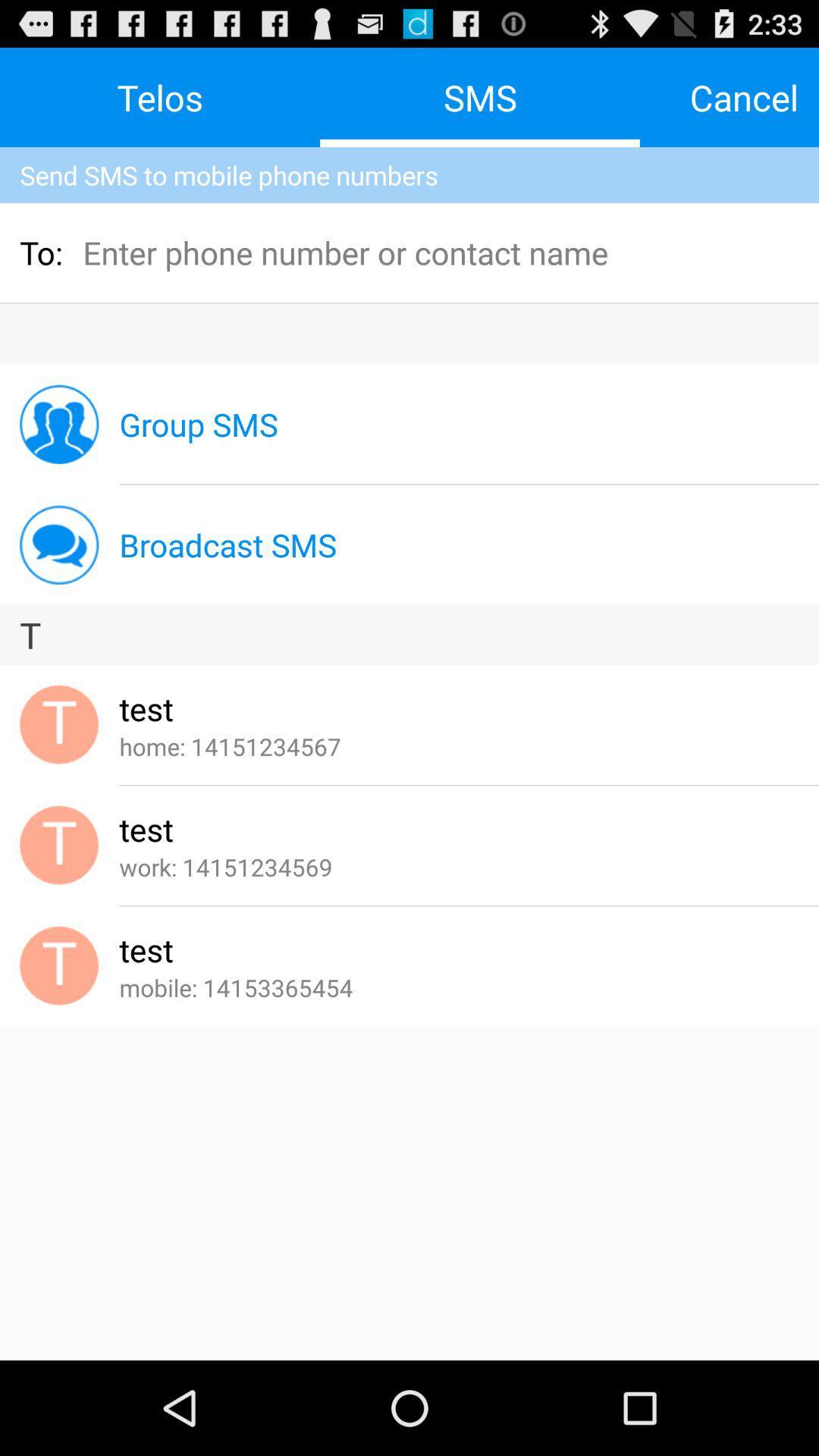 The height and width of the screenshot is (1456, 819). I want to click on the app above the send sms to item, so click(743, 96).